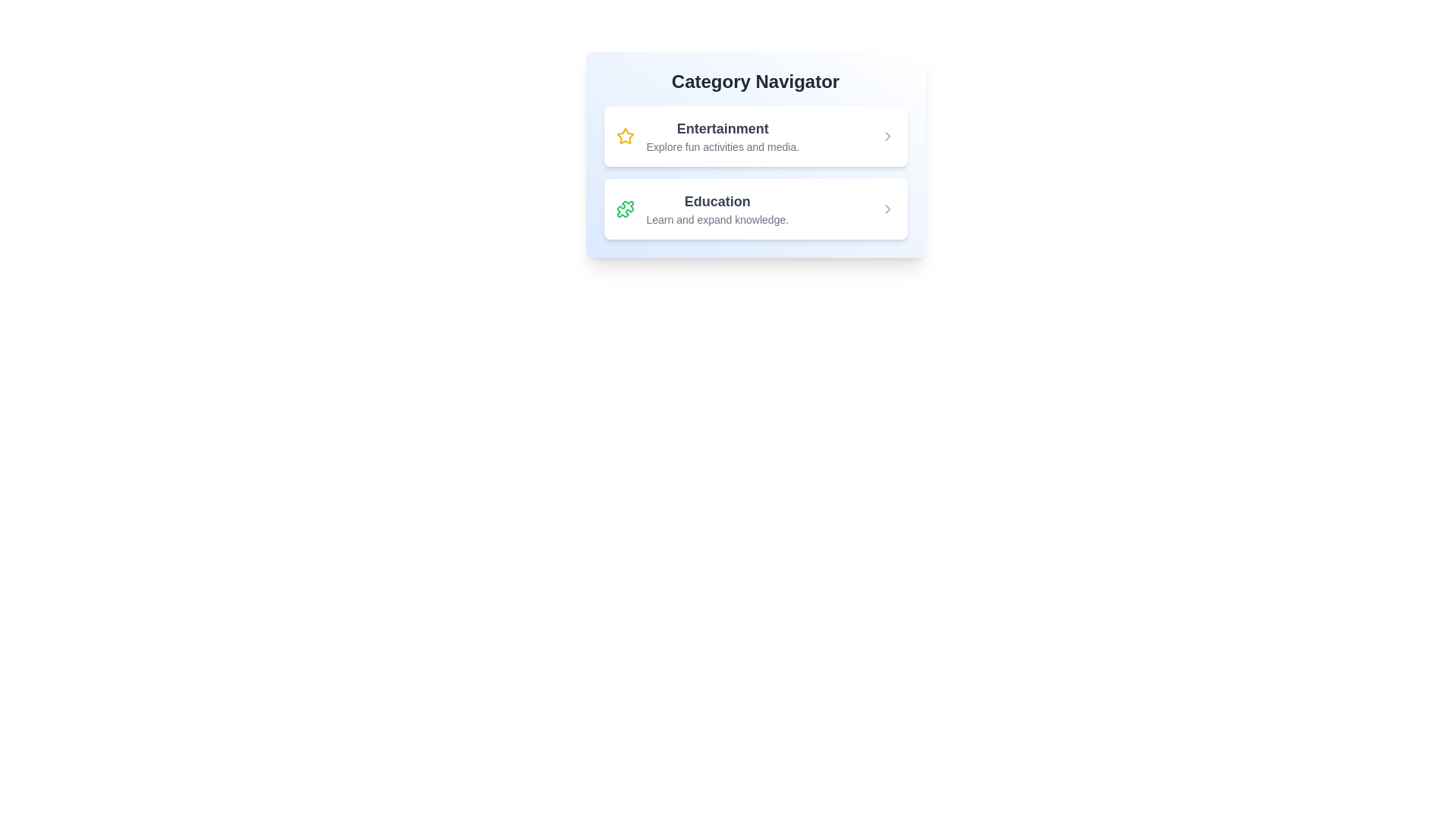 The image size is (1456, 819). I want to click on the 'Entertainment' navigation link, which is the first item in the list under the 'Category Navigator' heading, so click(707, 136).